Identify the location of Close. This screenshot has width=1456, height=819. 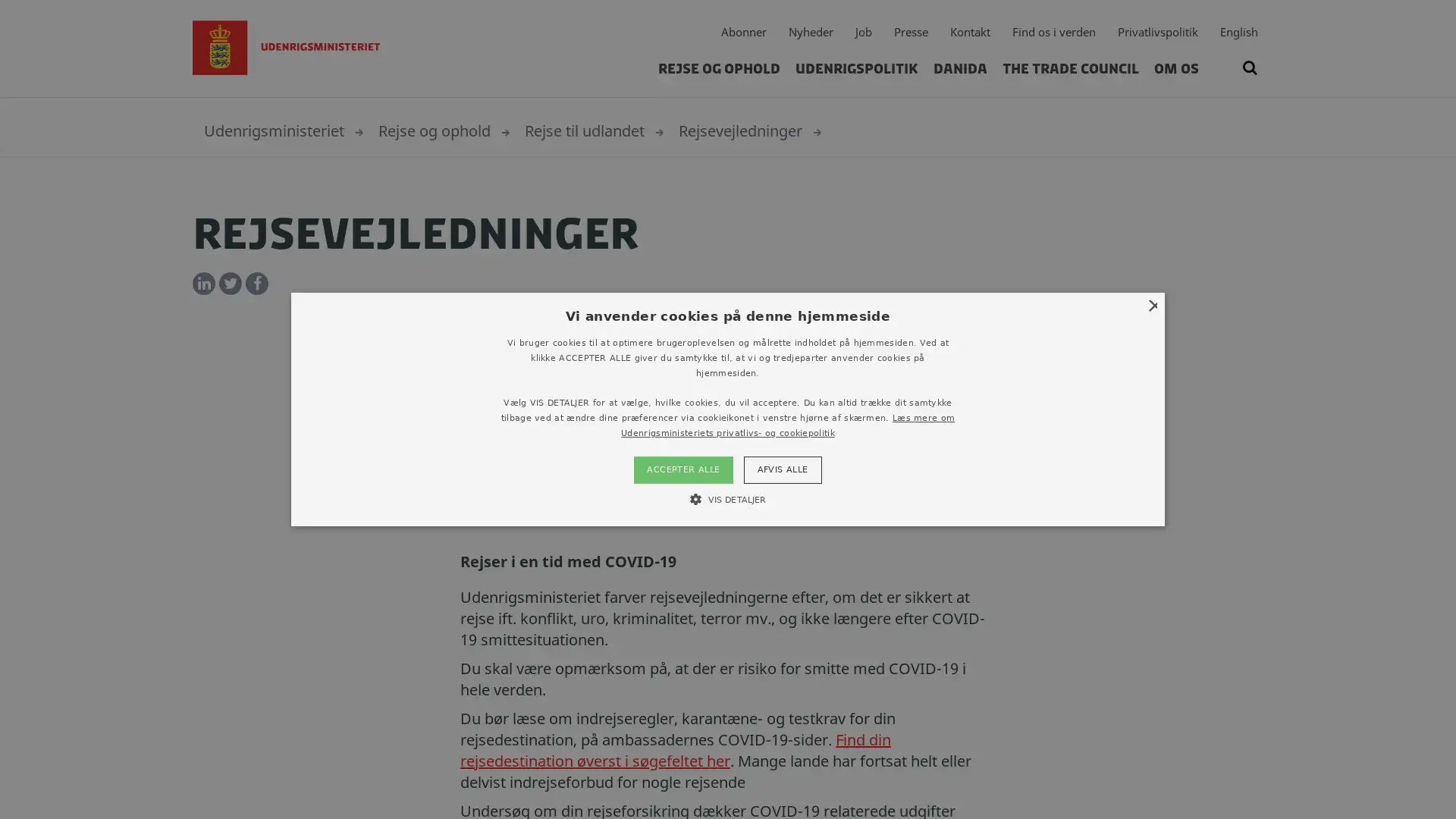
(1151, 306).